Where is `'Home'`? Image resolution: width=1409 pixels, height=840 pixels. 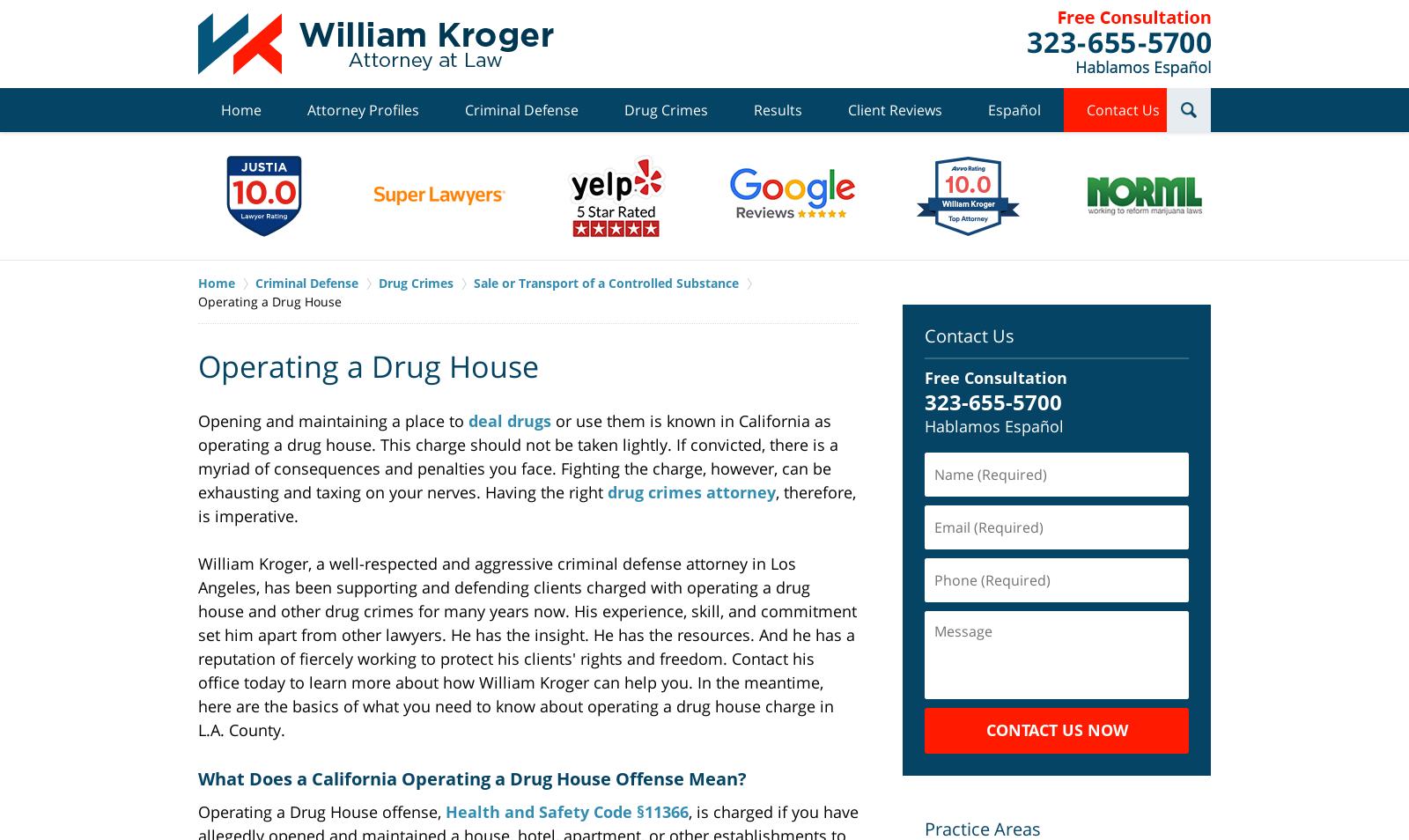
'Home' is located at coordinates (241, 108).